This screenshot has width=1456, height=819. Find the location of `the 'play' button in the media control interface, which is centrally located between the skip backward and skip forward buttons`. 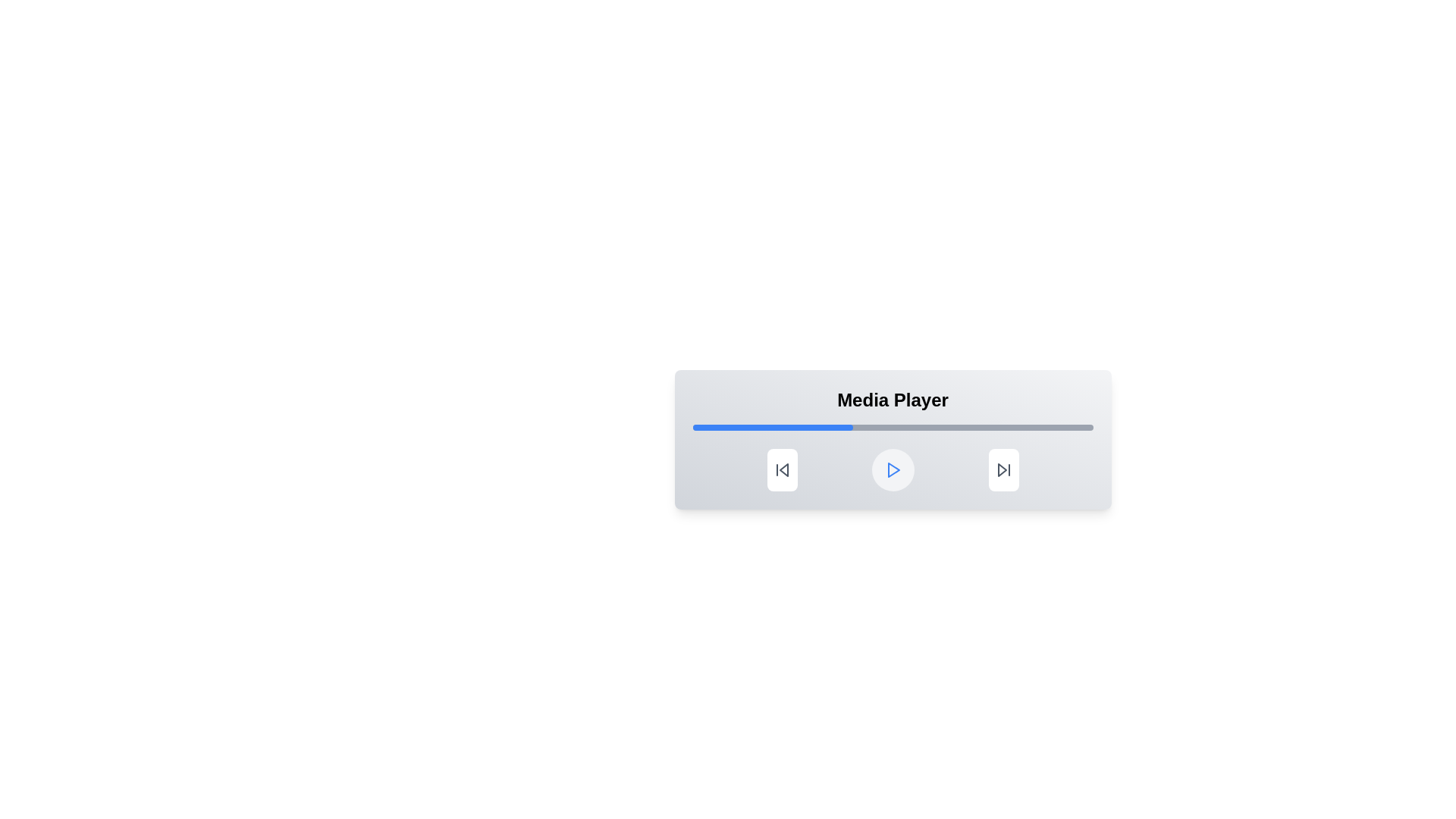

the 'play' button in the media control interface, which is centrally located between the skip backward and skip forward buttons is located at coordinates (893, 469).